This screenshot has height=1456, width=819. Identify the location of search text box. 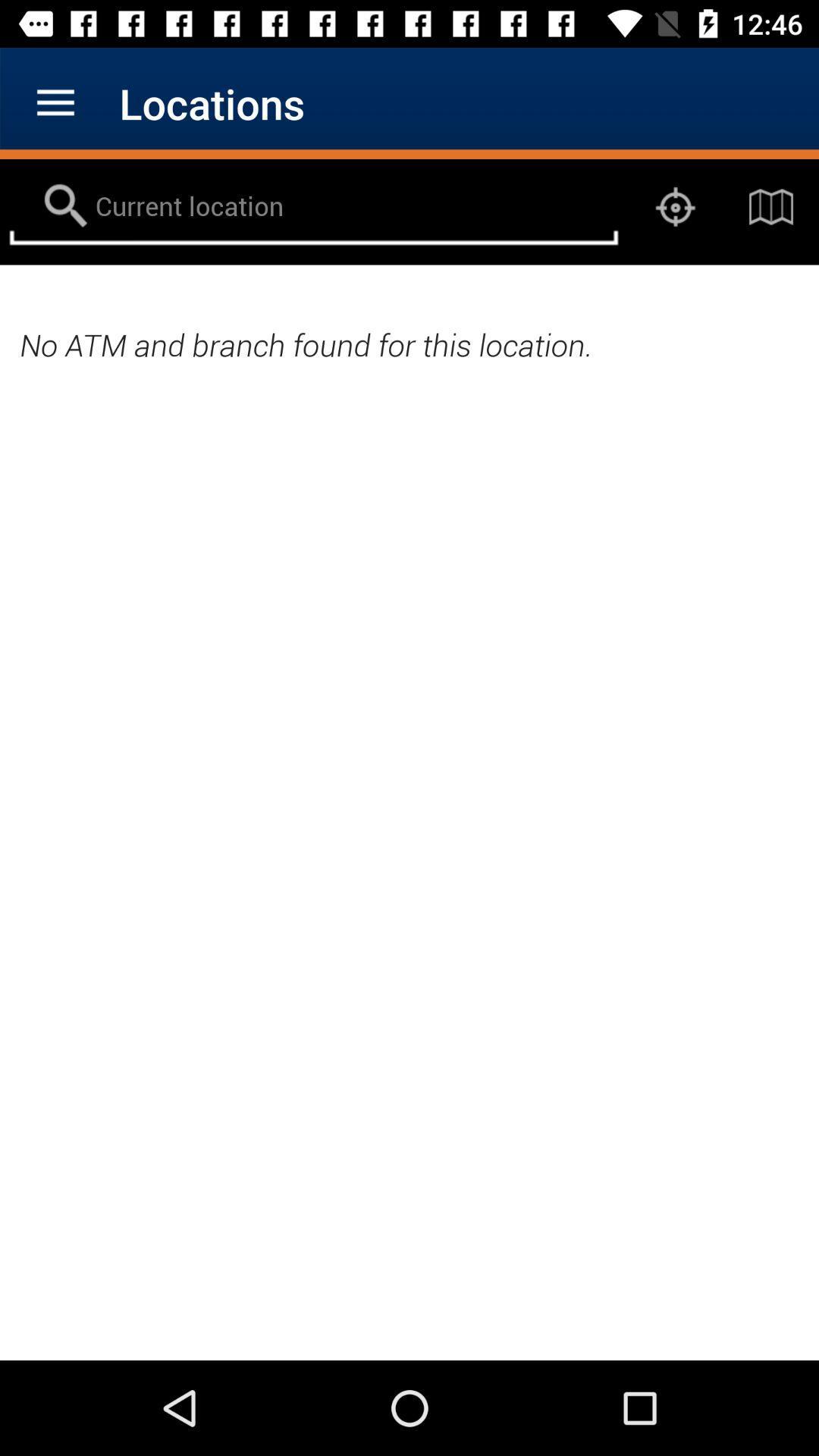
(312, 206).